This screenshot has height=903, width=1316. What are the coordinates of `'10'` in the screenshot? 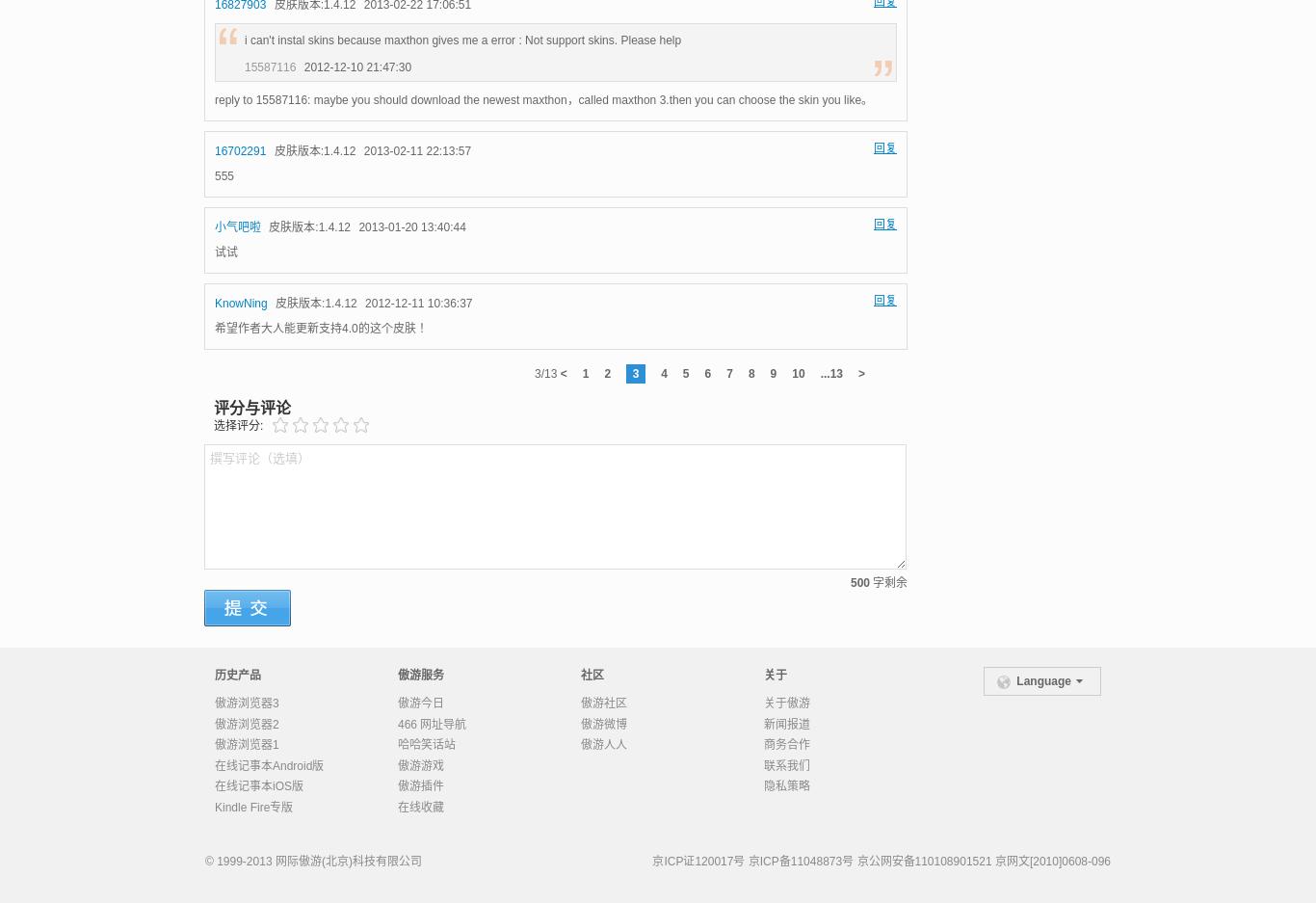 It's located at (797, 371).